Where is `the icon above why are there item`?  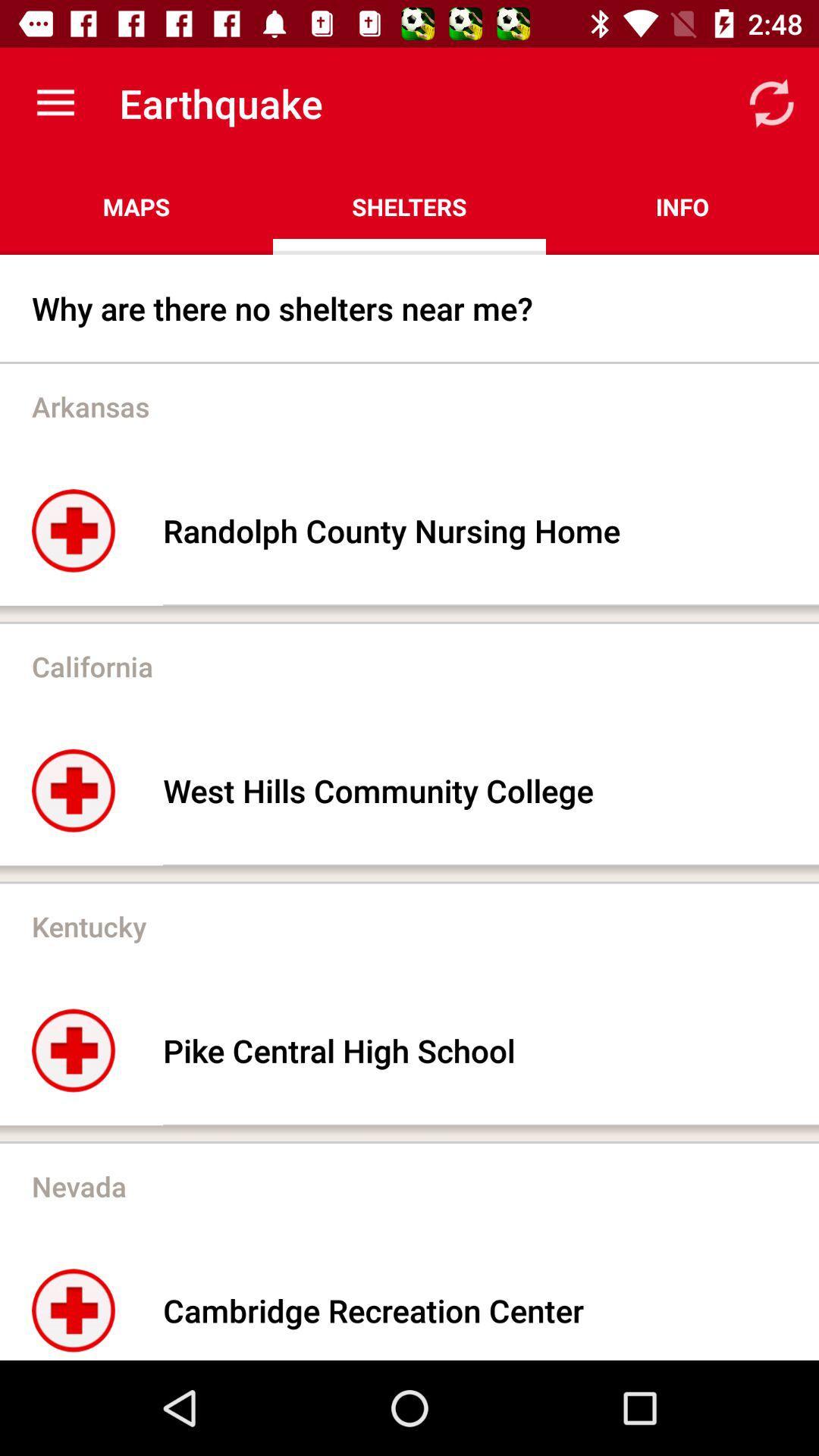 the icon above why are there item is located at coordinates (681, 206).